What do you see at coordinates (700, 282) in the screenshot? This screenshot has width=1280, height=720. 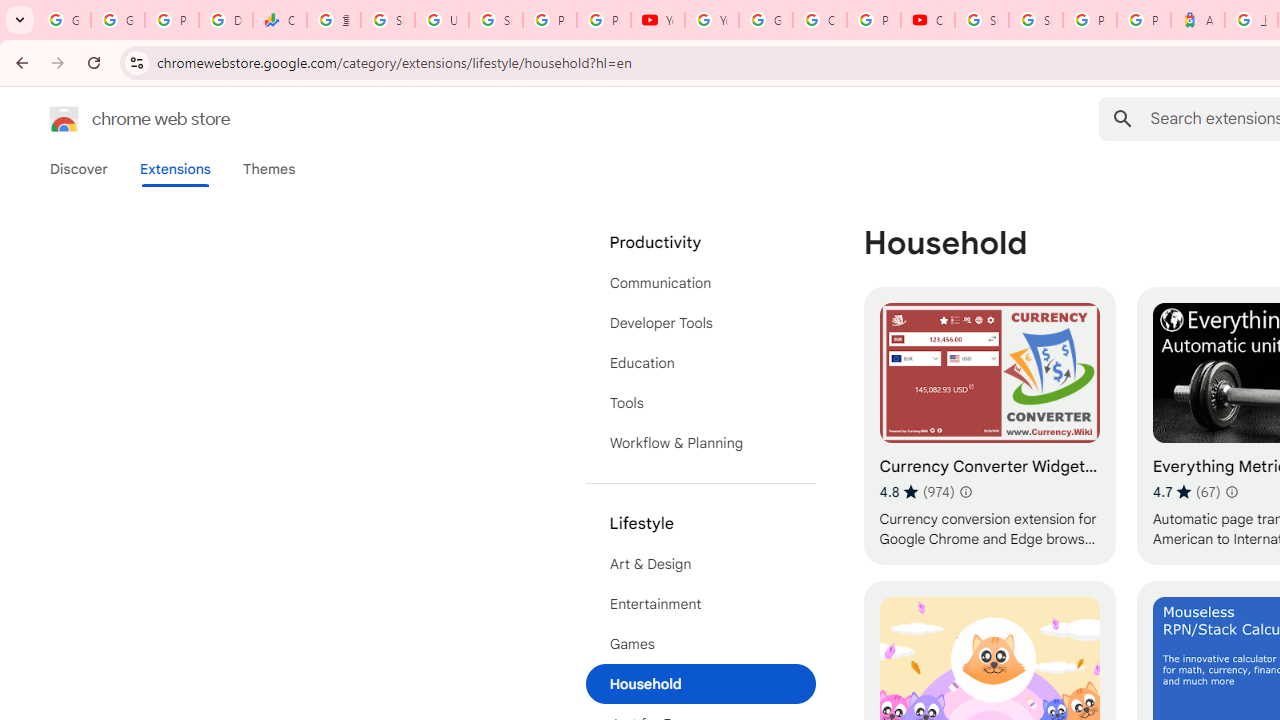 I see `'Communication'` at bounding box center [700, 282].